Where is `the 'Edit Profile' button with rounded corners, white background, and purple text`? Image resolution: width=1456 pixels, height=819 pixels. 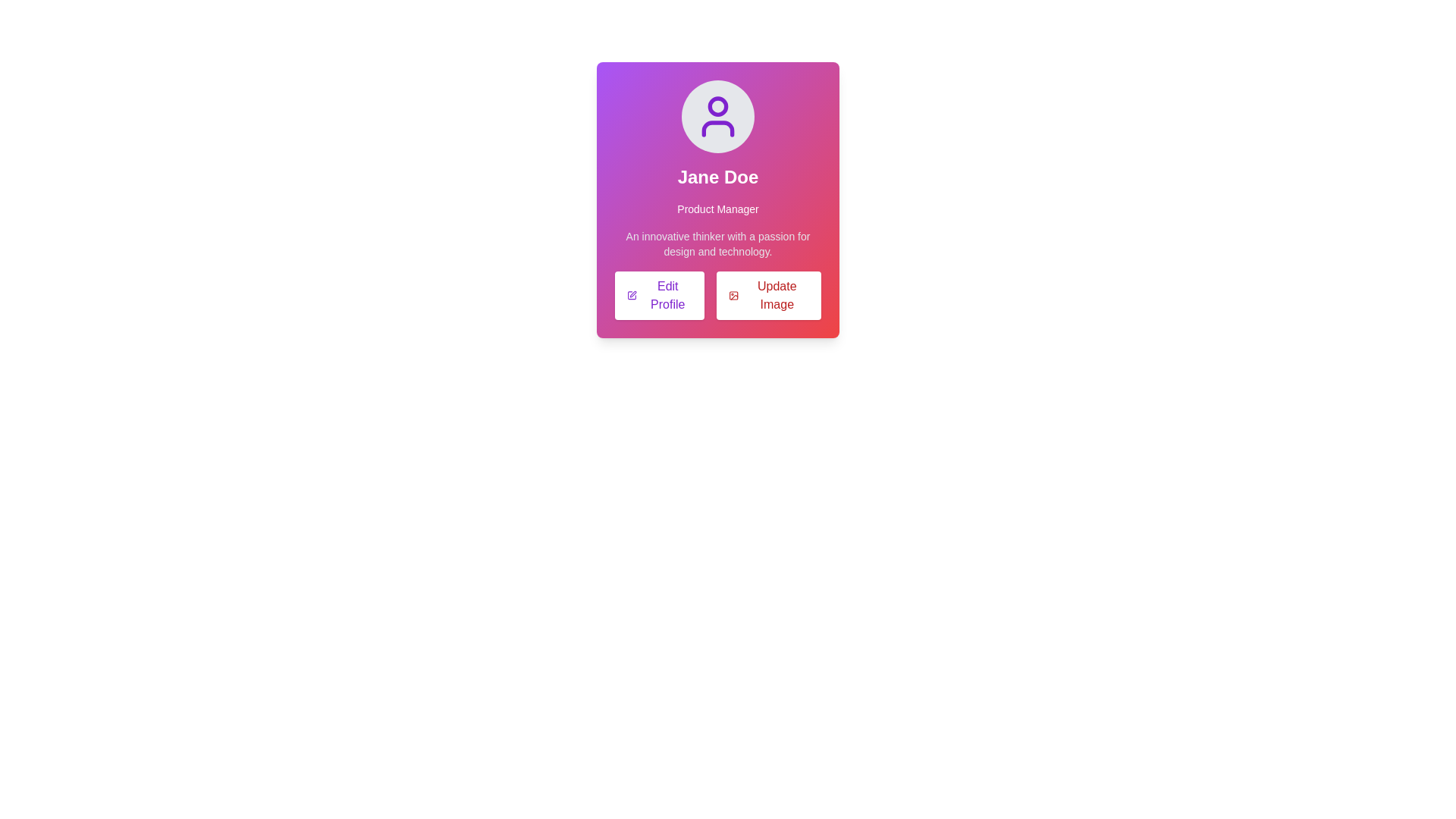 the 'Edit Profile' button with rounded corners, white background, and purple text is located at coordinates (660, 295).